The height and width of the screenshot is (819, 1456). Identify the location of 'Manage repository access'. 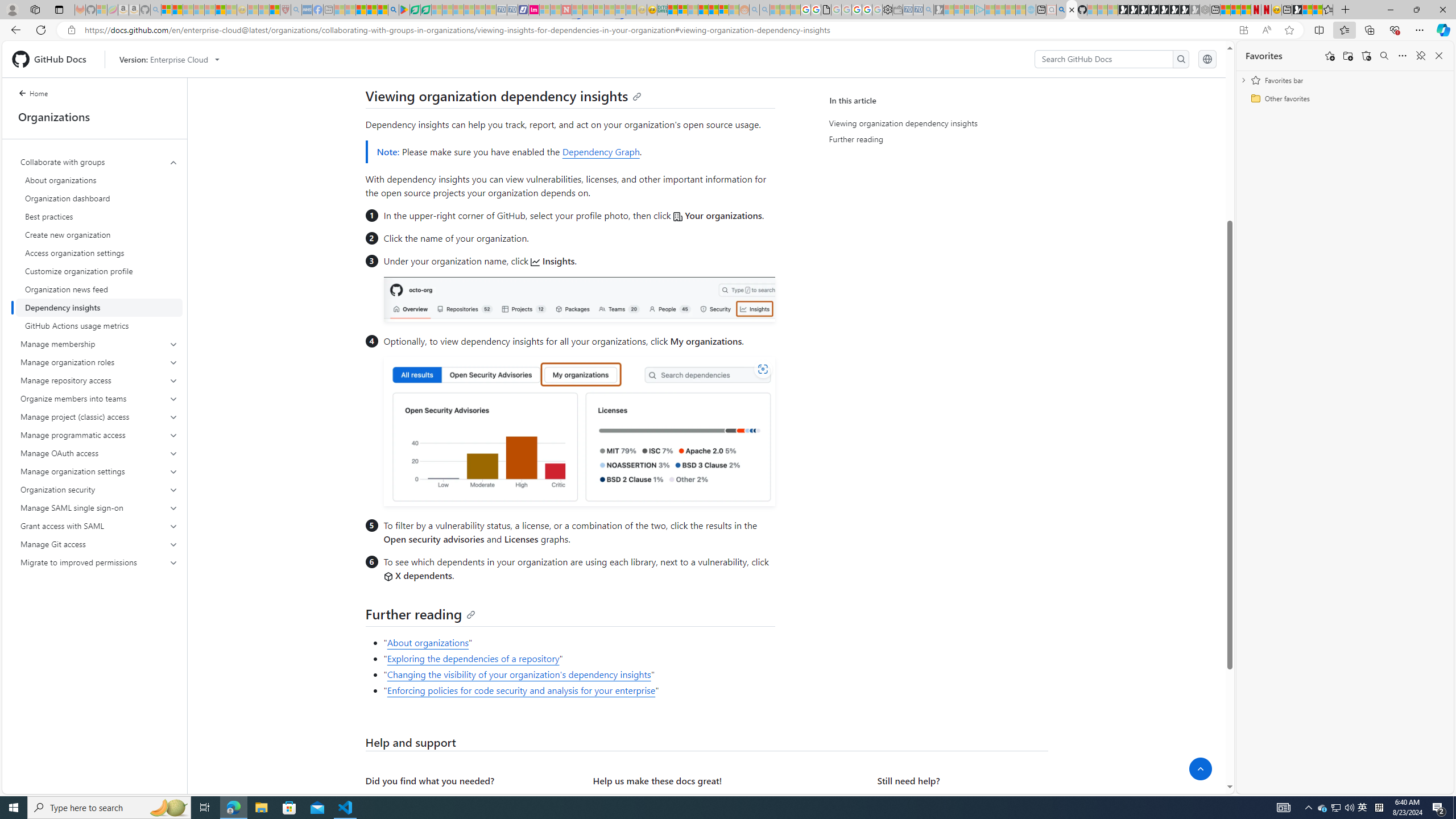
(99, 379).